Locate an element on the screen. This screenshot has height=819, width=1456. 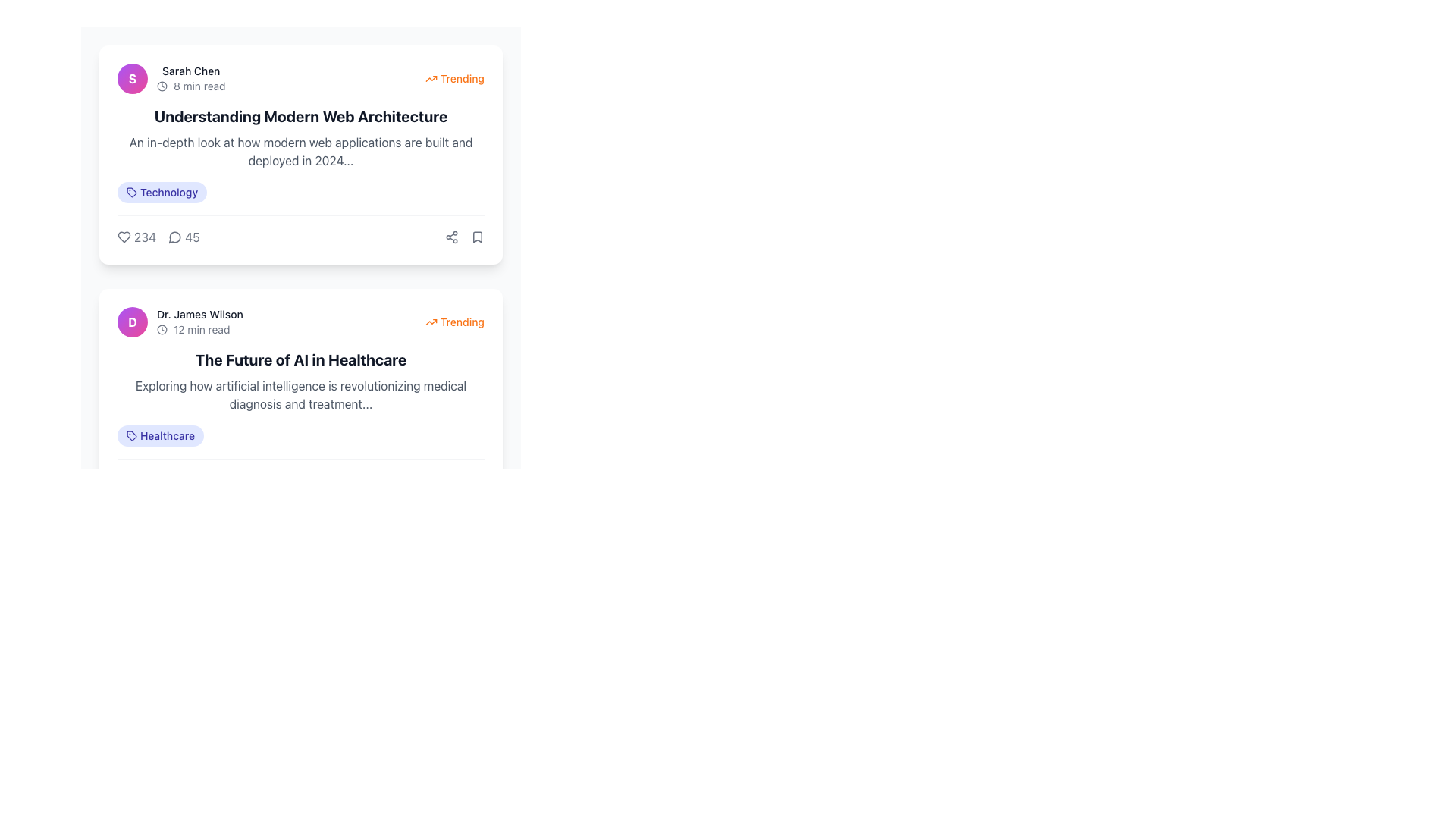
the share icon button located in the upper-right corner of the first article card to initiate sharing is located at coordinates (450, 237).